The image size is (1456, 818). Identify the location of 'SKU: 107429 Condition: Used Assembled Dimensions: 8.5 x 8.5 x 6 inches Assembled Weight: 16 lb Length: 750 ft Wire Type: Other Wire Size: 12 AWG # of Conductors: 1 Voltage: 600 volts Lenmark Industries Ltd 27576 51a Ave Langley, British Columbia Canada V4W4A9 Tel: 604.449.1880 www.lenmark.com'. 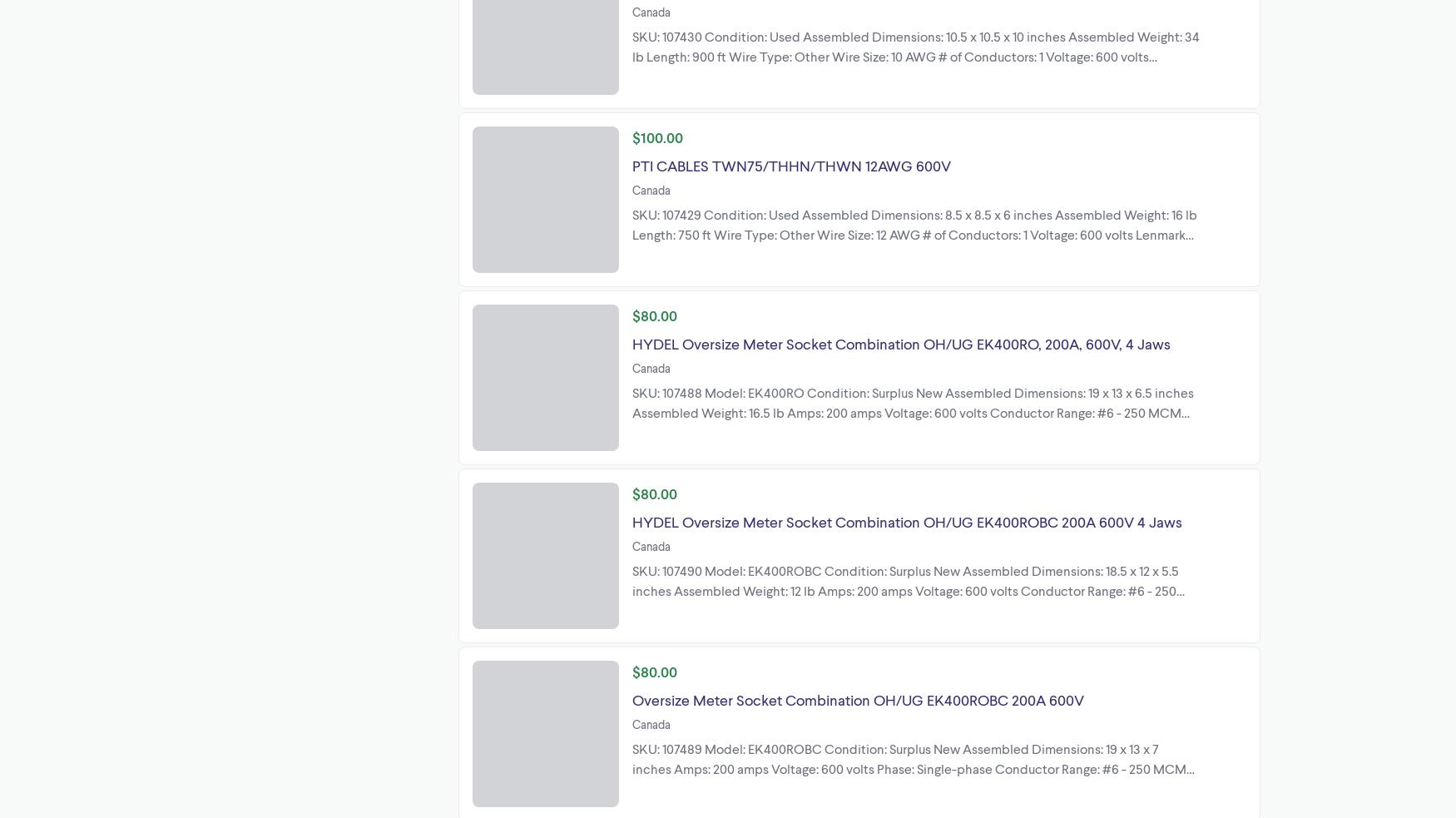
(914, 243).